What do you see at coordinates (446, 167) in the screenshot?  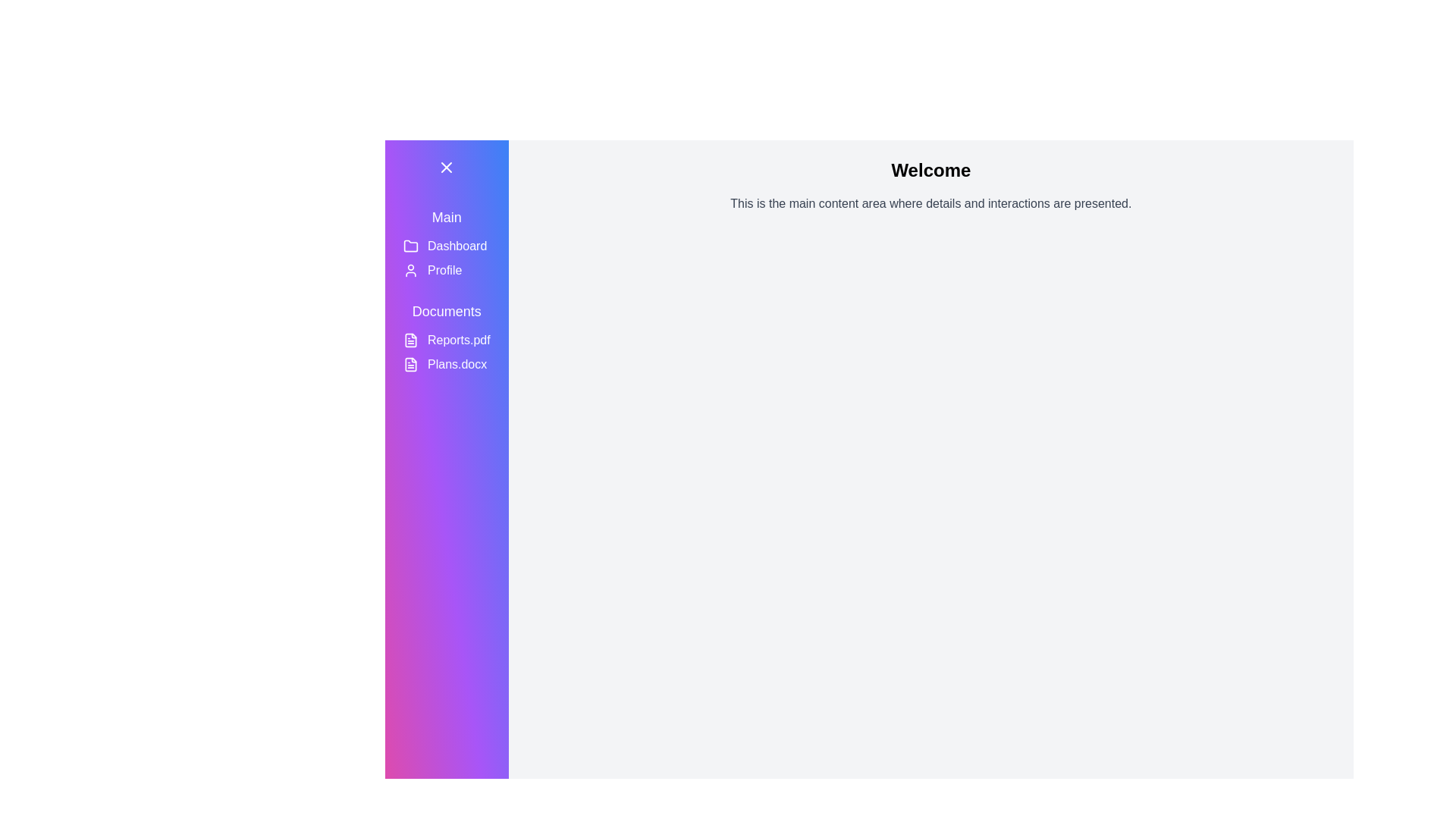 I see `the IconButton featuring a cross icon within a circular background, located at the top-left corner of the sidebar, above the navigation links` at bounding box center [446, 167].